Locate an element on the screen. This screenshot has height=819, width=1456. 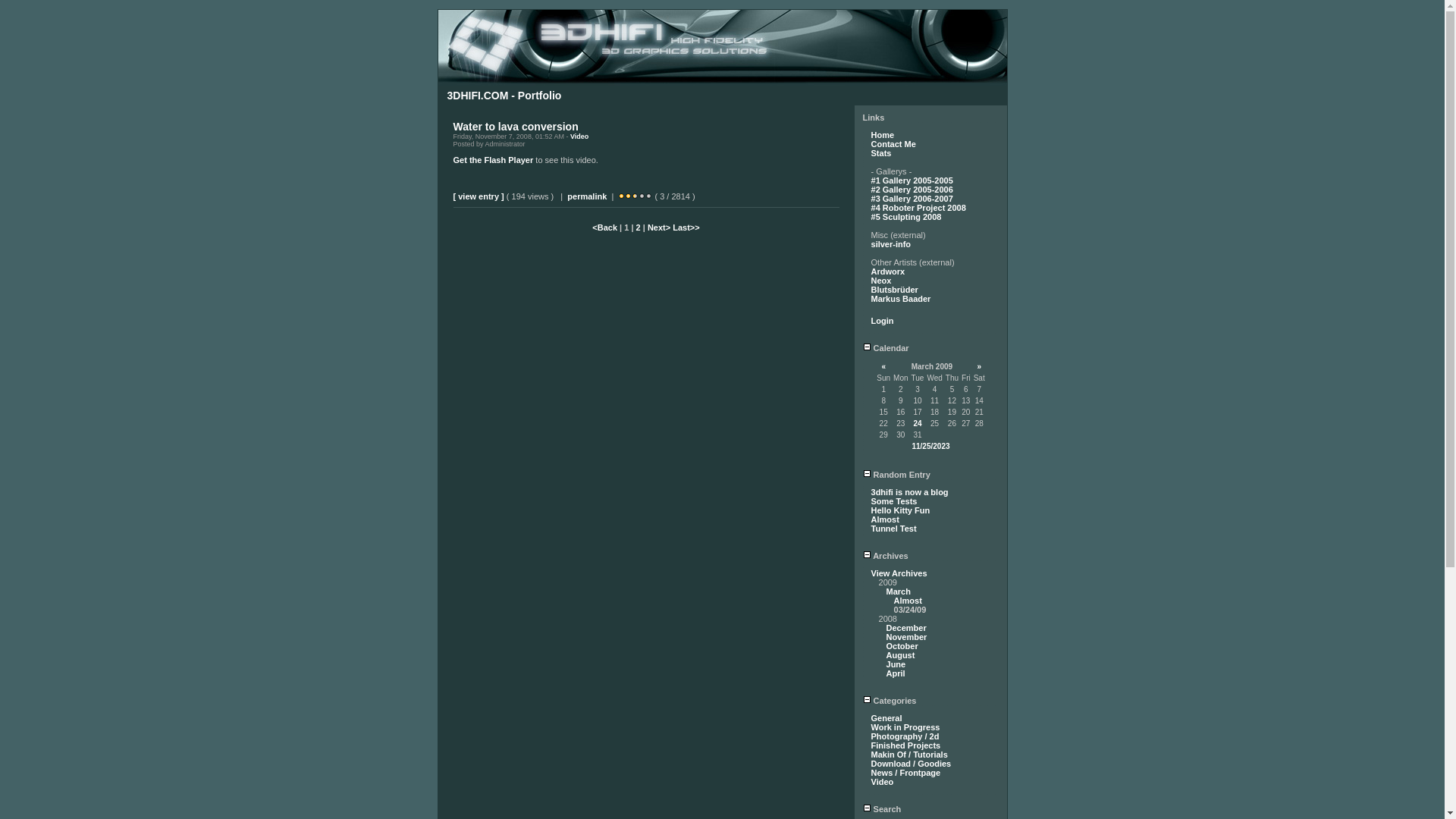
'Calendar' is located at coordinates (886, 348).